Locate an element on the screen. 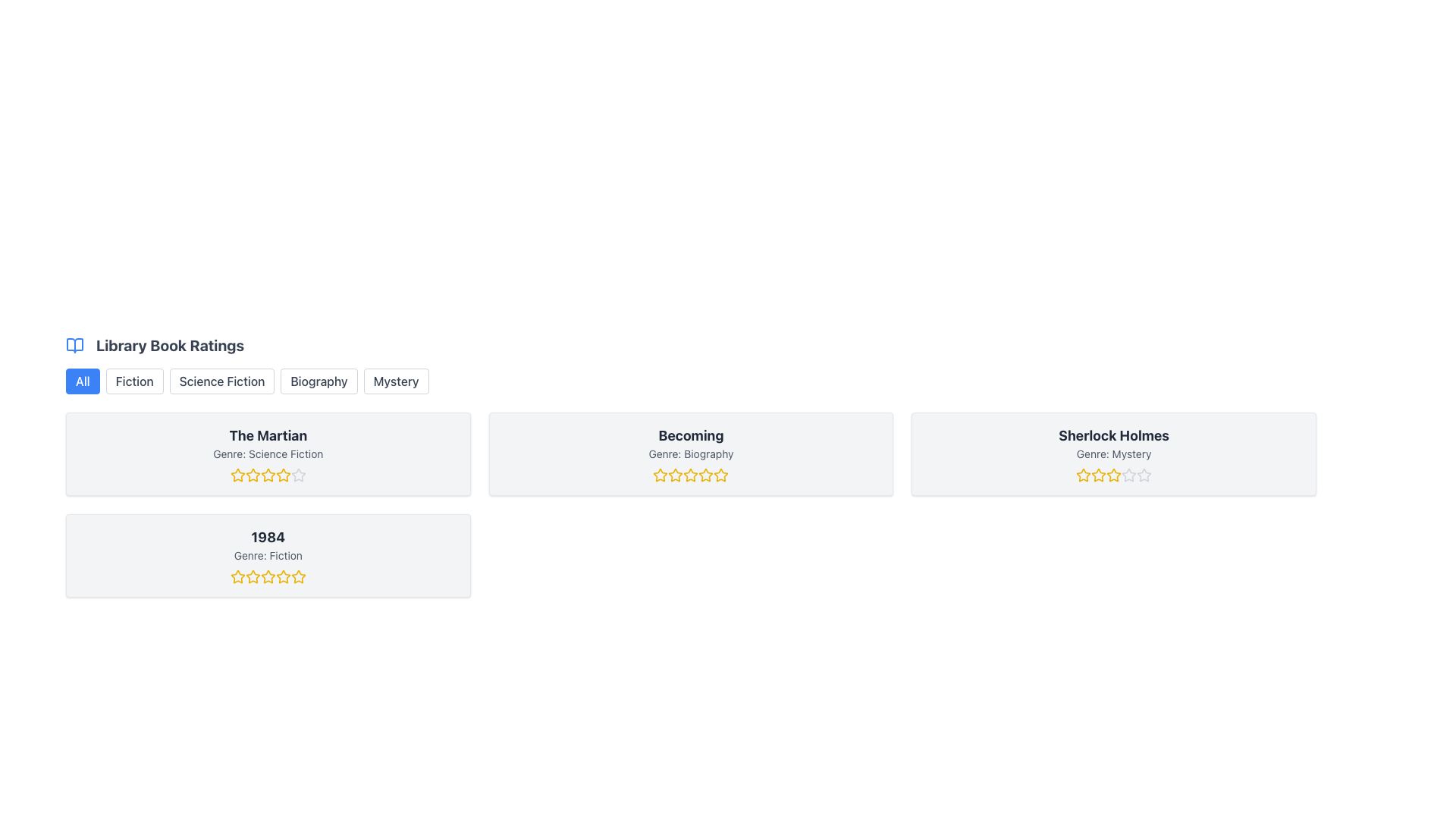 This screenshot has height=819, width=1456. the Card UI component that features the text 'The Martian' with a subtitle 'Genre: Science Fiction' and a 5-star rating, located in the first column and first row of the grid is located at coordinates (268, 453).